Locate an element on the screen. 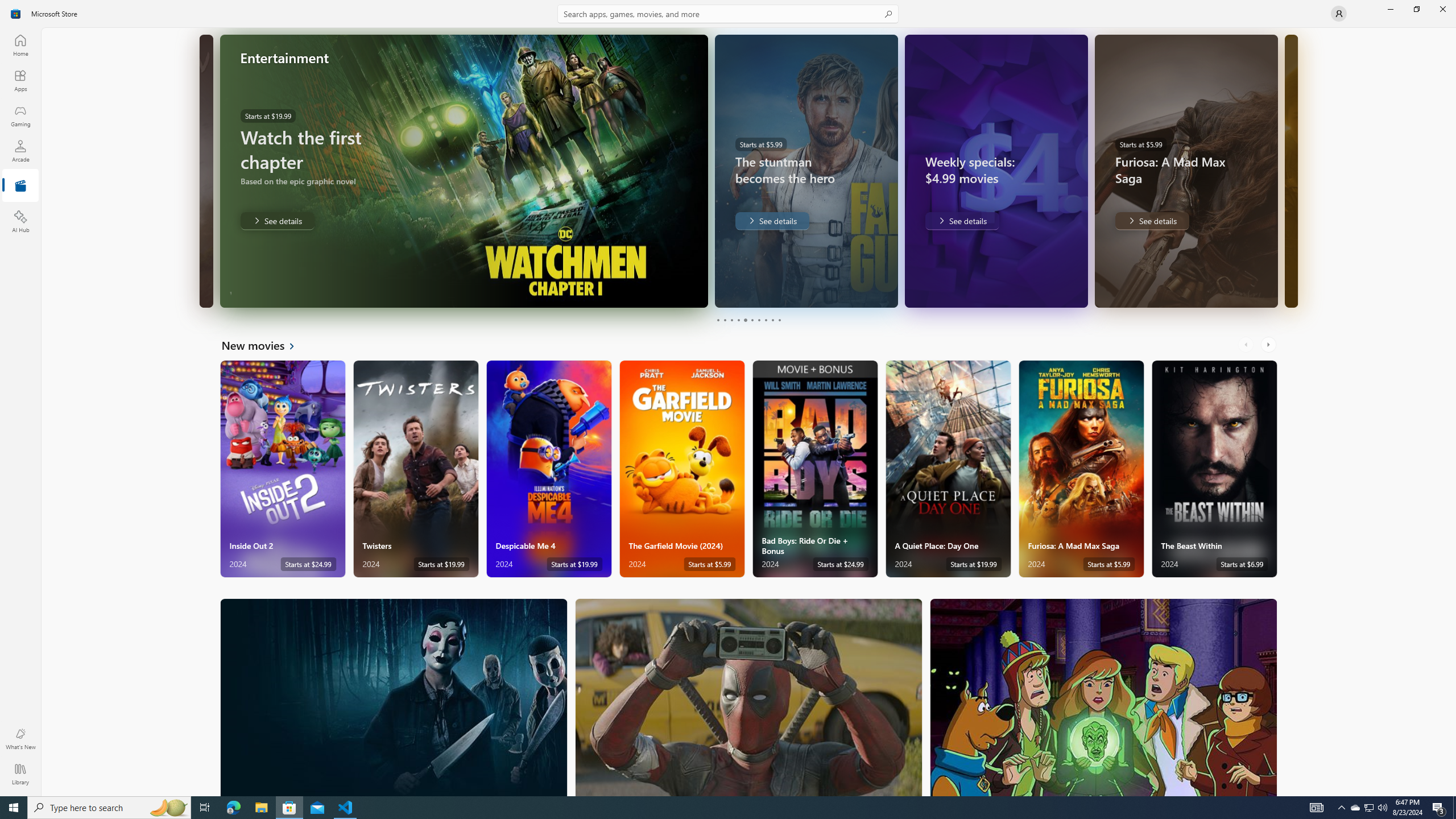 This screenshot has width=1456, height=819. 'Class: Image' is located at coordinates (16, 13).